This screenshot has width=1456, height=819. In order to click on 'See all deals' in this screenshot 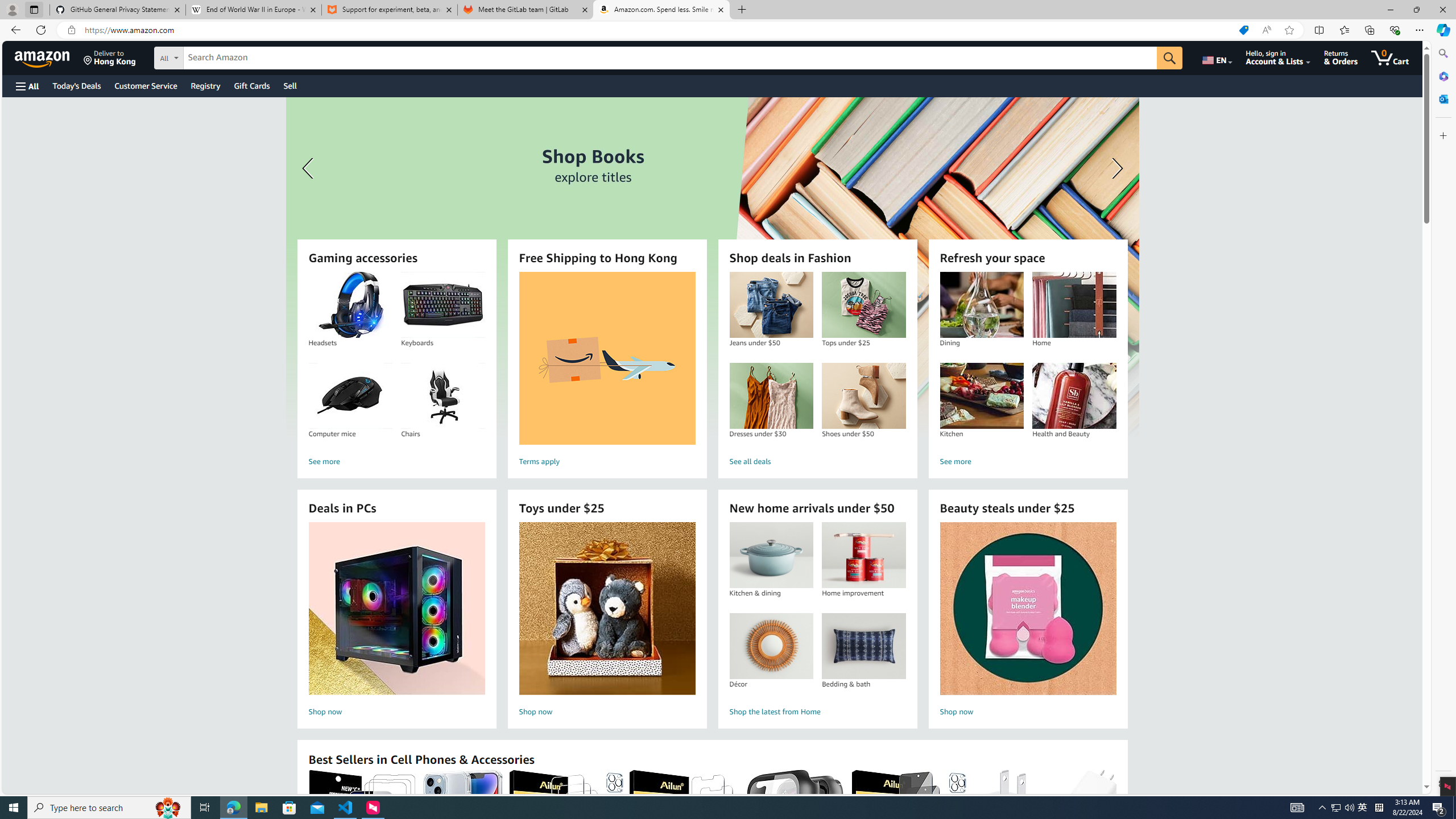, I will do `click(817, 461)`.